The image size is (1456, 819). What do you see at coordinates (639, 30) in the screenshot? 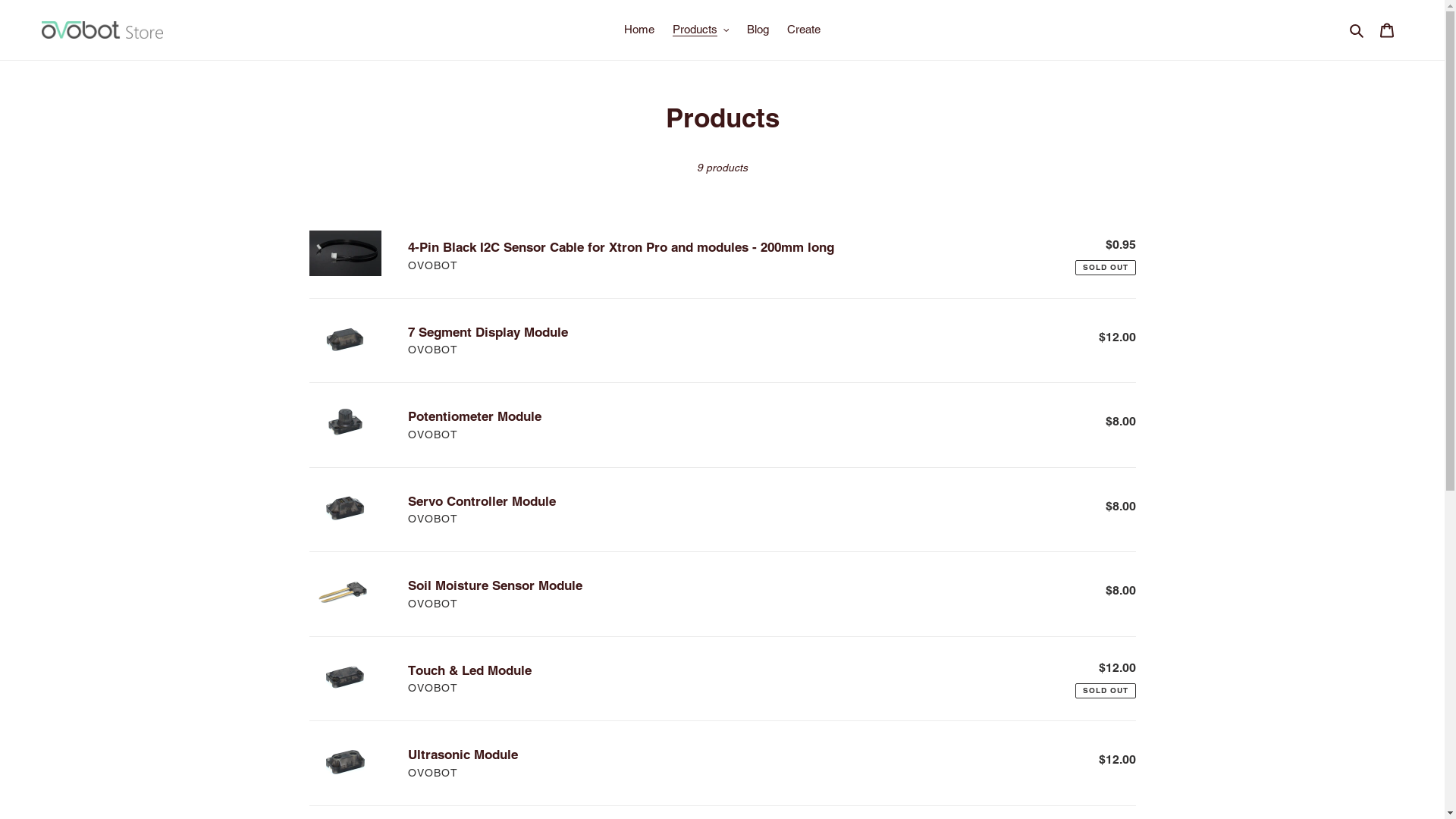
I see `'Home'` at bounding box center [639, 30].